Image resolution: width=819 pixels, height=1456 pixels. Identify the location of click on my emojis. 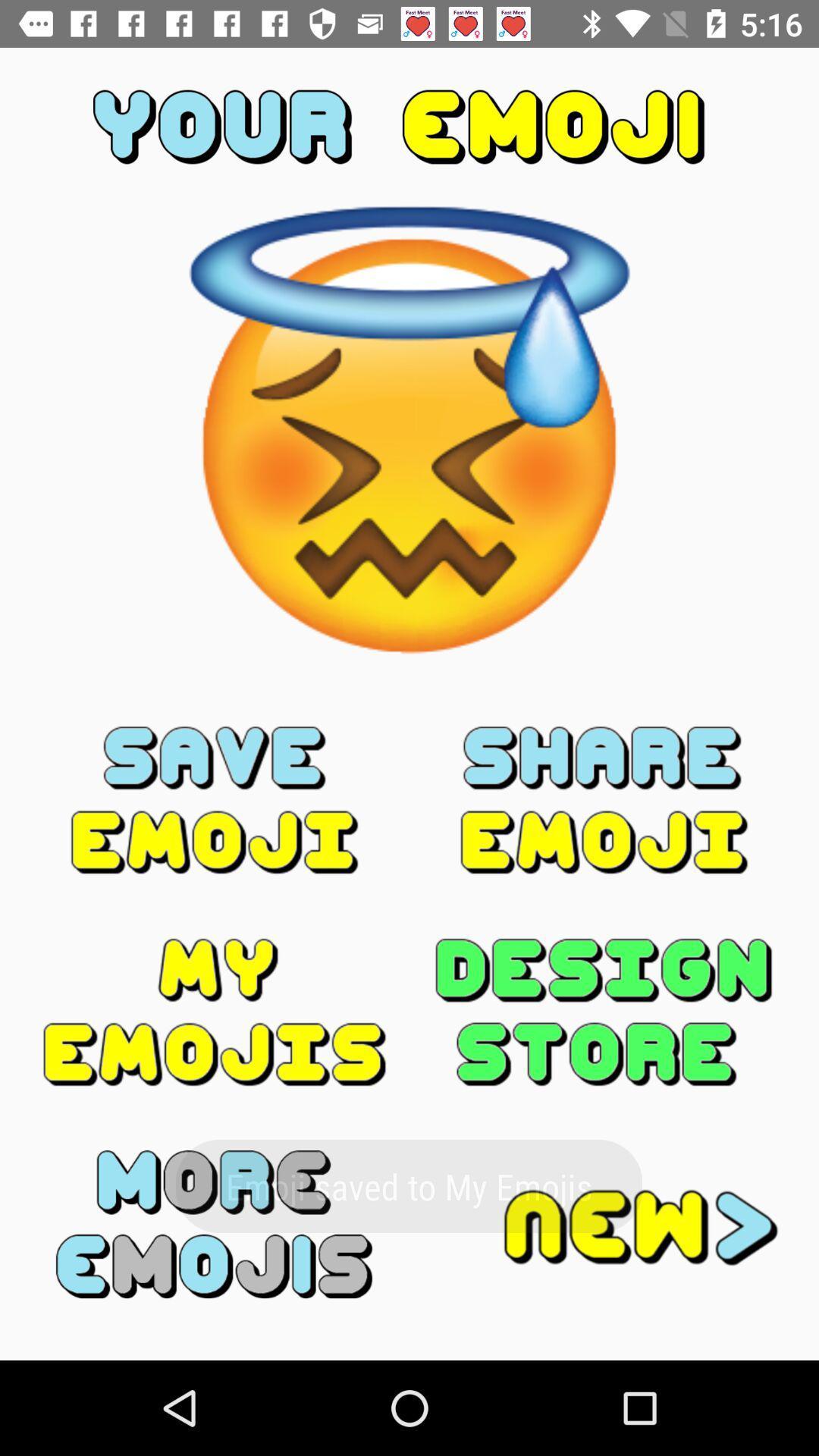
(215, 1012).